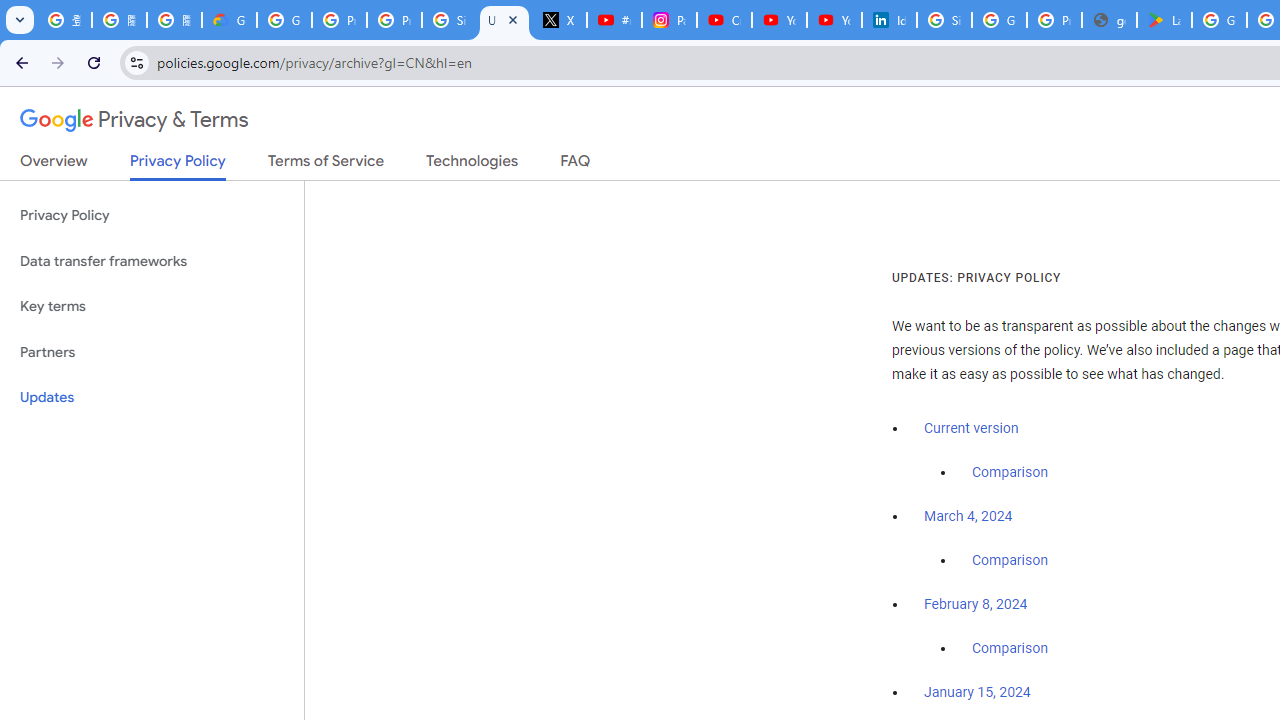 This screenshot has width=1280, height=720. Describe the element at coordinates (560, 20) in the screenshot. I see `'X'` at that location.